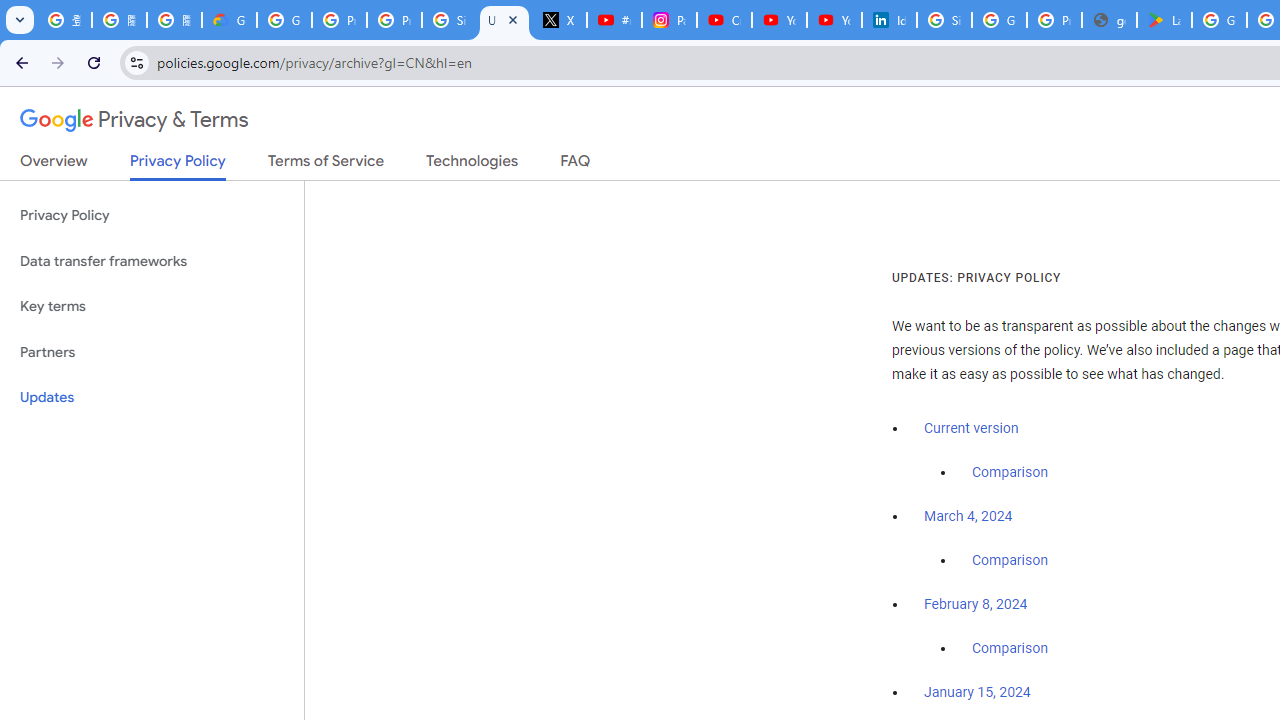 This screenshot has width=1280, height=720. Describe the element at coordinates (560, 20) in the screenshot. I see `'X'` at that location.